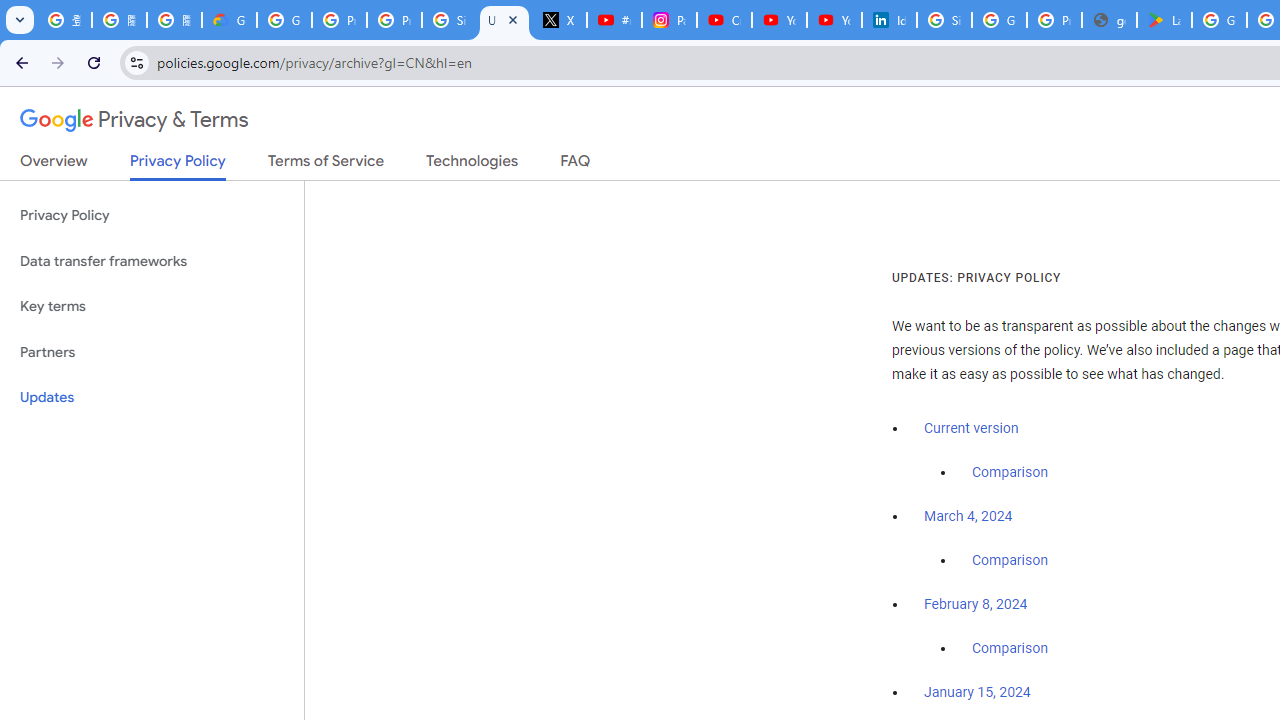 This screenshot has width=1280, height=720. Describe the element at coordinates (560, 20) in the screenshot. I see `'X'` at that location.